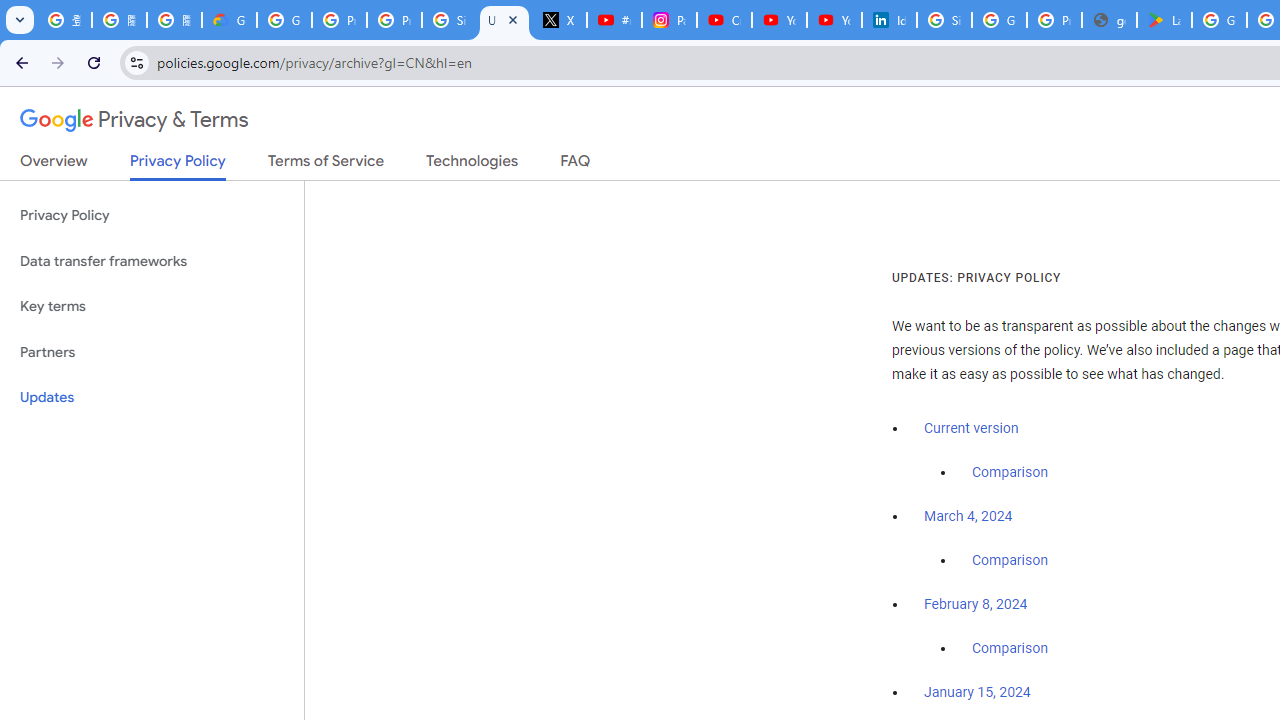 This screenshot has width=1280, height=720. Describe the element at coordinates (560, 20) in the screenshot. I see `'X'` at that location.